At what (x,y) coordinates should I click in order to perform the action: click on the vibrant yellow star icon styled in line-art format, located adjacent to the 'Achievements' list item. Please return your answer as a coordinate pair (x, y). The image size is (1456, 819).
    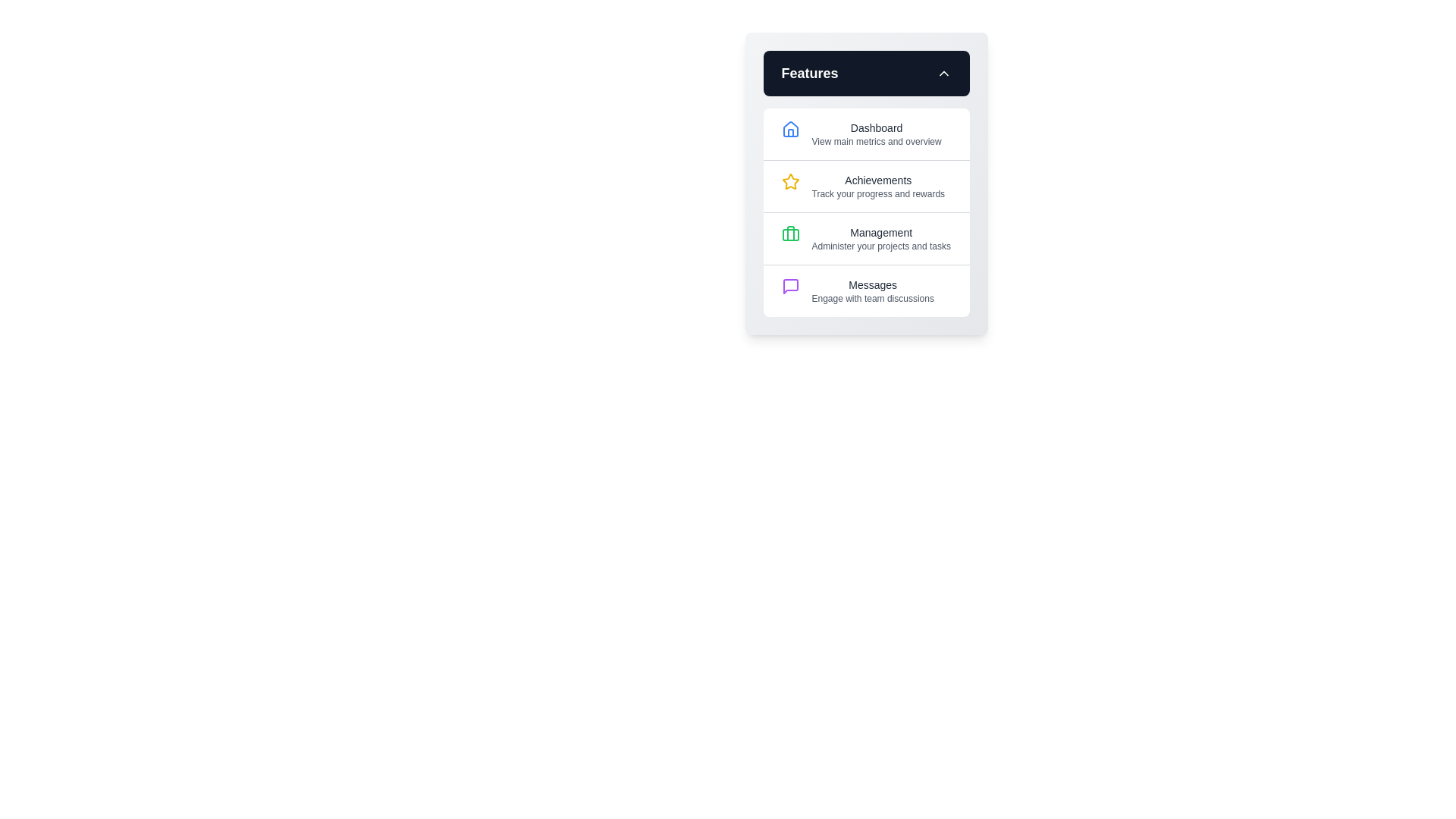
    Looking at the image, I should click on (789, 180).